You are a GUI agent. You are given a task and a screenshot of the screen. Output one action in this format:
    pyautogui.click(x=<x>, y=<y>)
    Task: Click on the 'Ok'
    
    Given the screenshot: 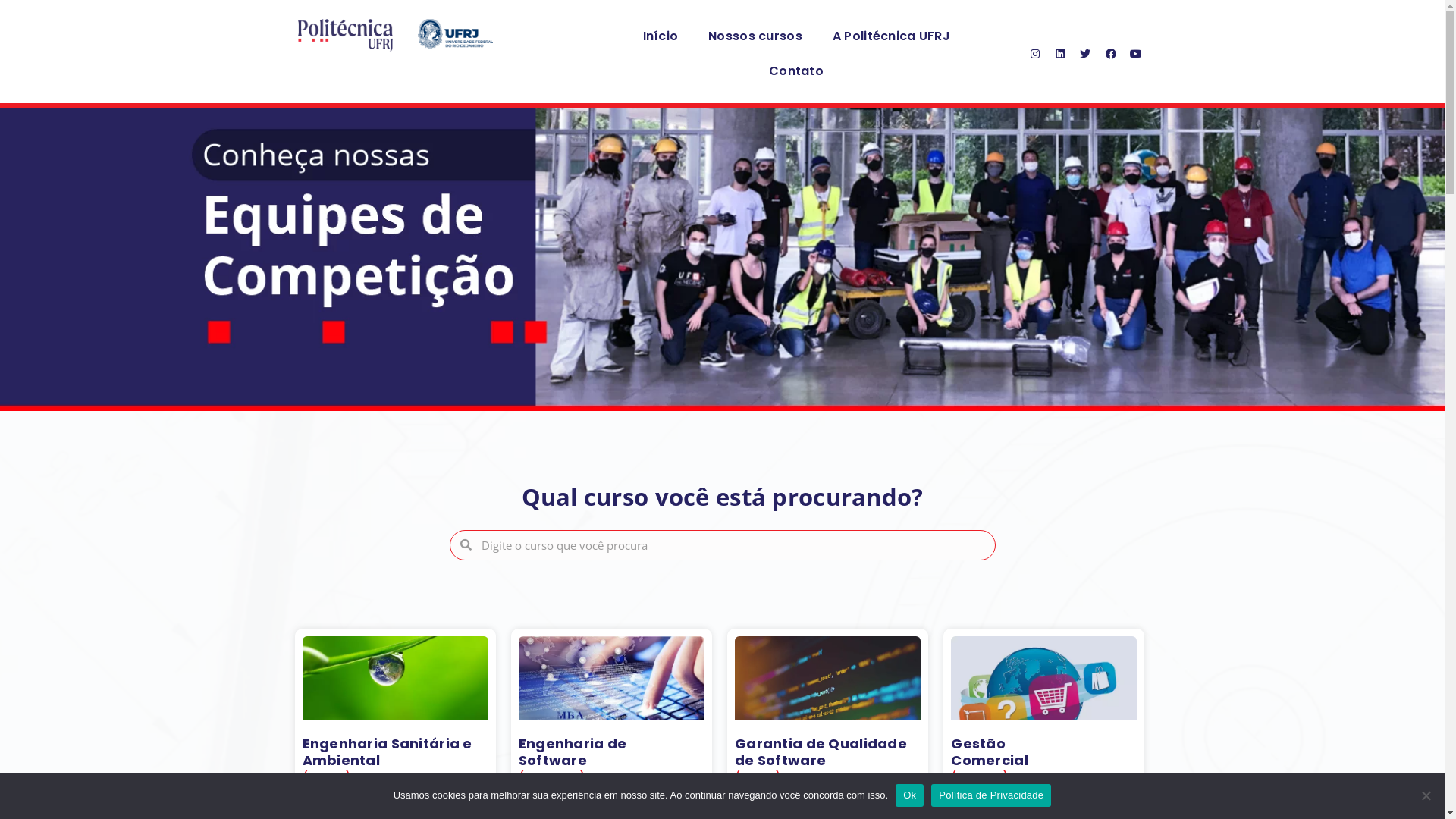 What is the action you would take?
    pyautogui.click(x=909, y=795)
    